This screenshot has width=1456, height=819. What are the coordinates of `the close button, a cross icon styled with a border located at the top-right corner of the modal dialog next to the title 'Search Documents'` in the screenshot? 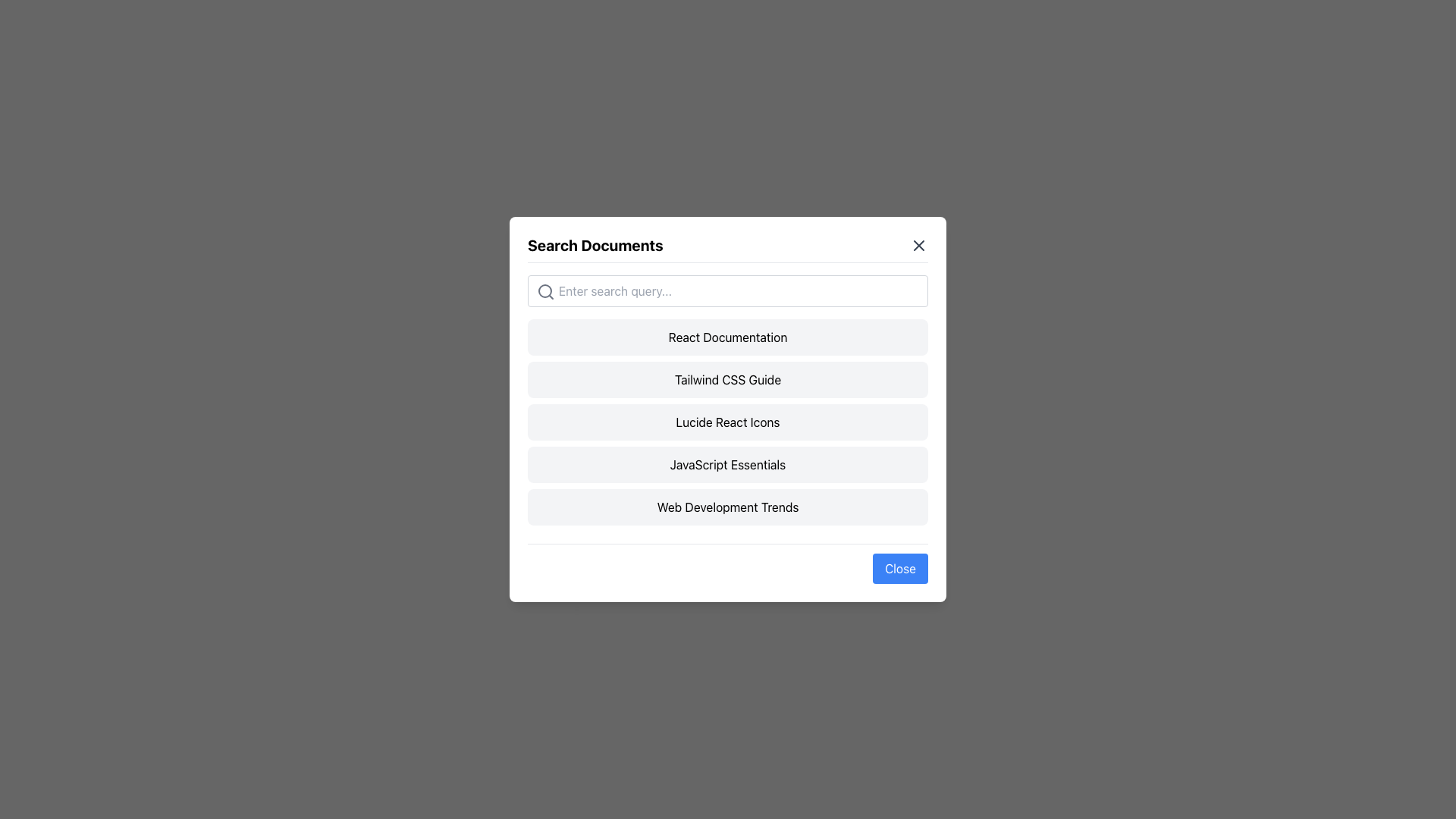 It's located at (918, 245).